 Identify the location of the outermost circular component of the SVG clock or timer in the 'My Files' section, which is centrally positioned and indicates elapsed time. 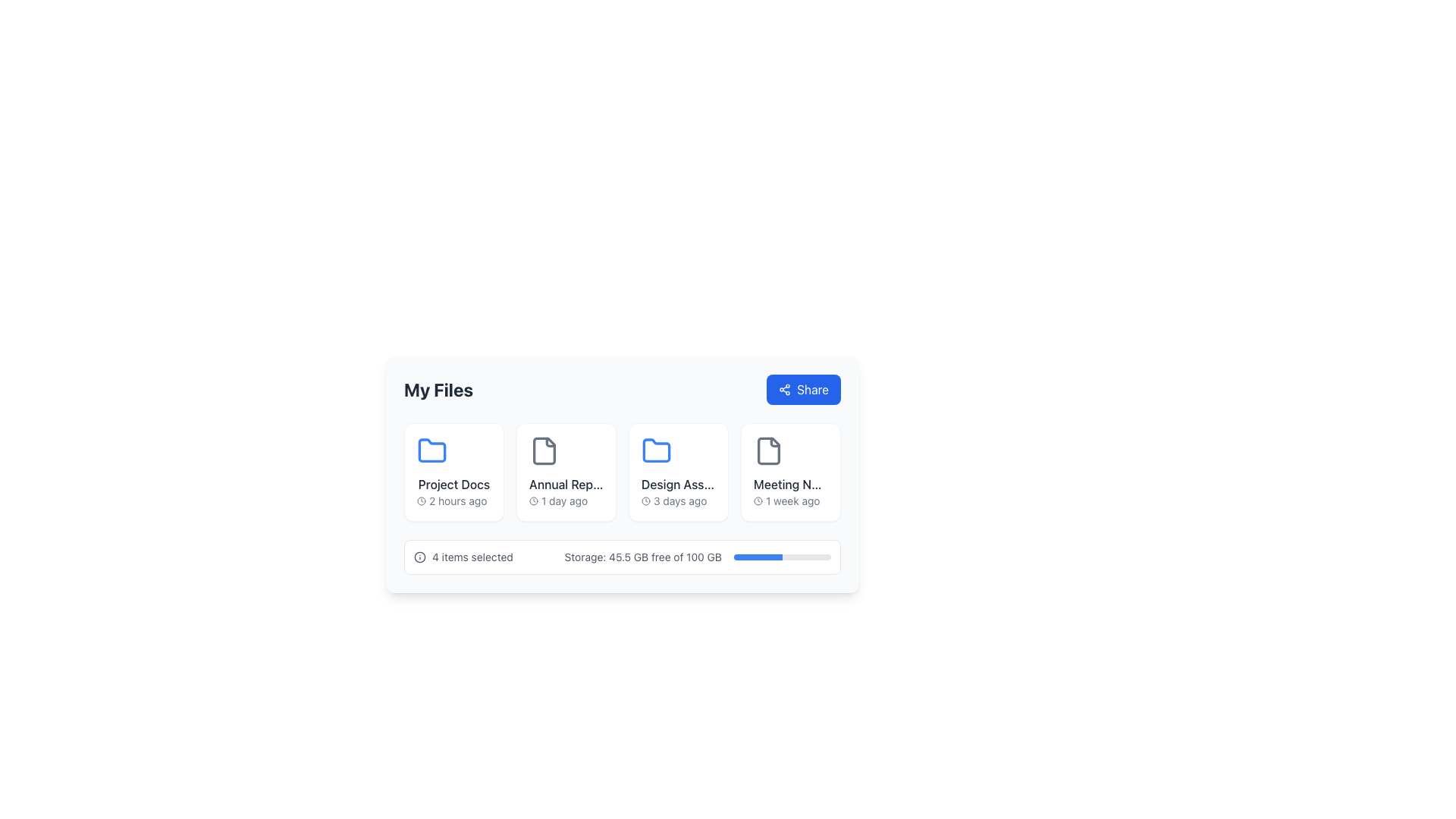
(422, 500).